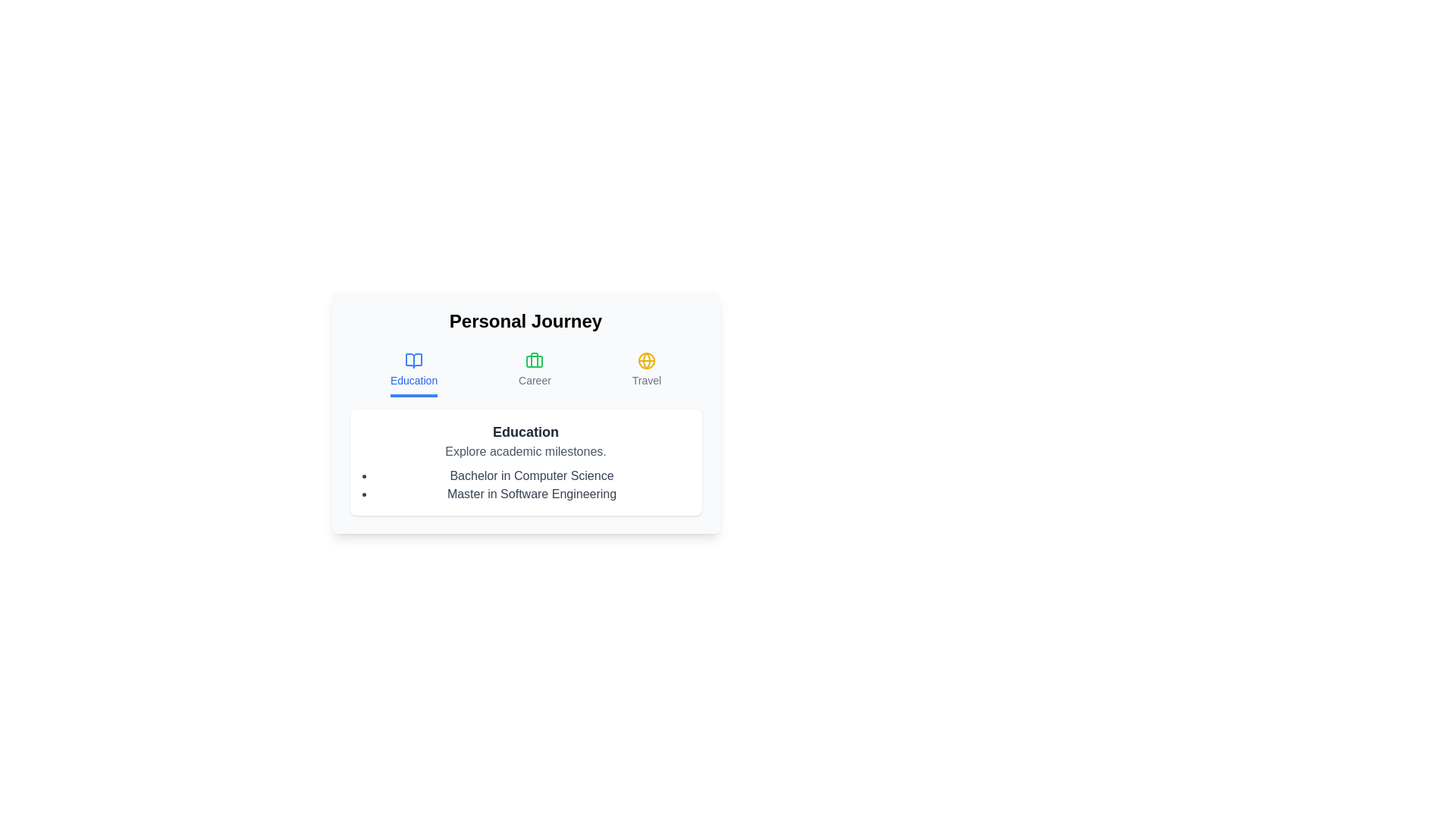  Describe the element at coordinates (646, 360) in the screenshot. I see `the circular globe icon with a yellow color scheme located in the 'Travel' button section of the navigation bar, directly above the 'Travel' text label` at that location.